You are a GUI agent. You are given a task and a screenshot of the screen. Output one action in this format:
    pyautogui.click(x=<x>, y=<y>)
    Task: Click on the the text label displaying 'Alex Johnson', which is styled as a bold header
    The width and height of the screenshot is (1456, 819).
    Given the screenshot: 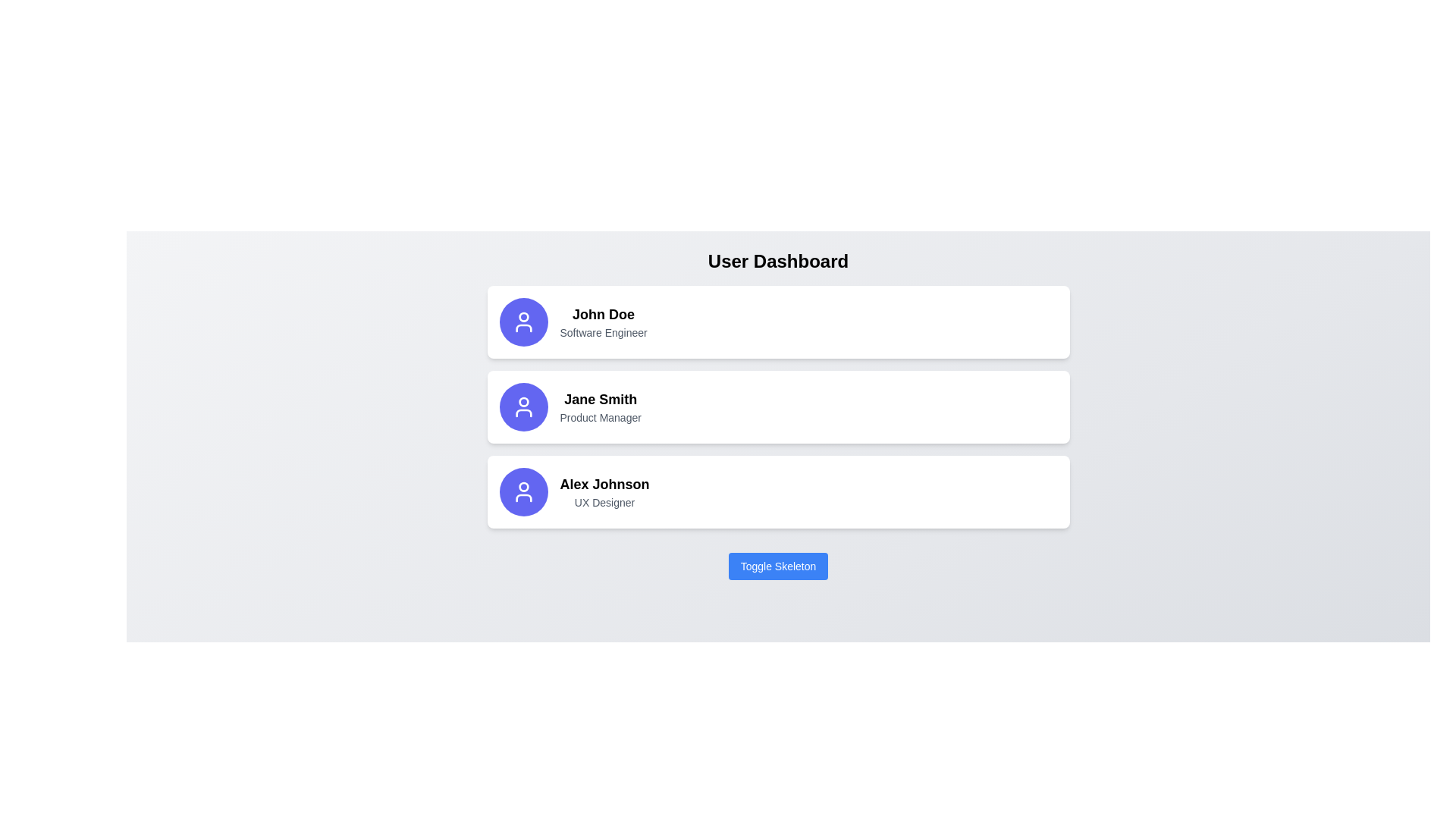 What is the action you would take?
    pyautogui.click(x=604, y=485)
    